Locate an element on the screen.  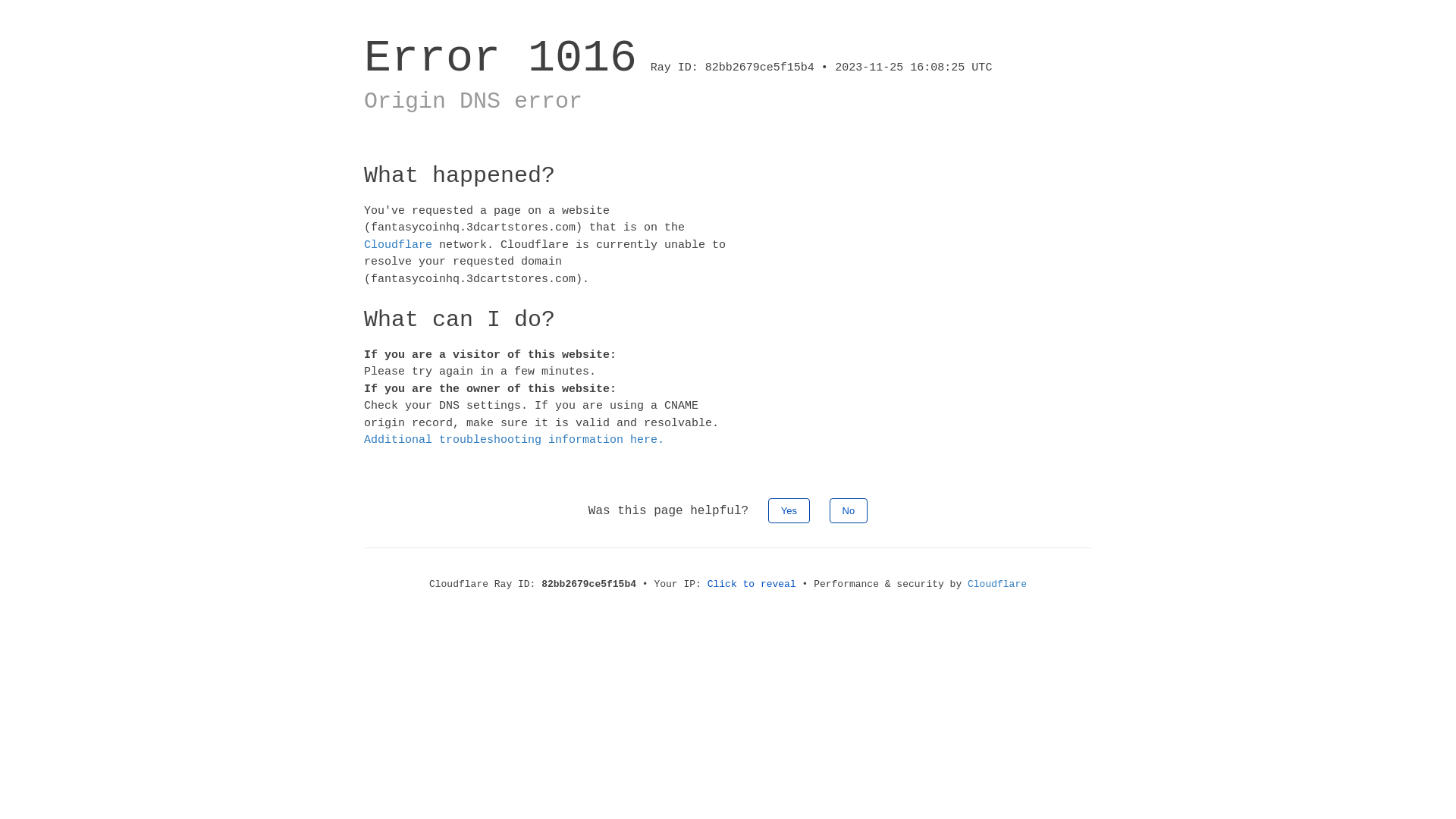
'Additional troubleshooting information here.' is located at coordinates (513, 440).